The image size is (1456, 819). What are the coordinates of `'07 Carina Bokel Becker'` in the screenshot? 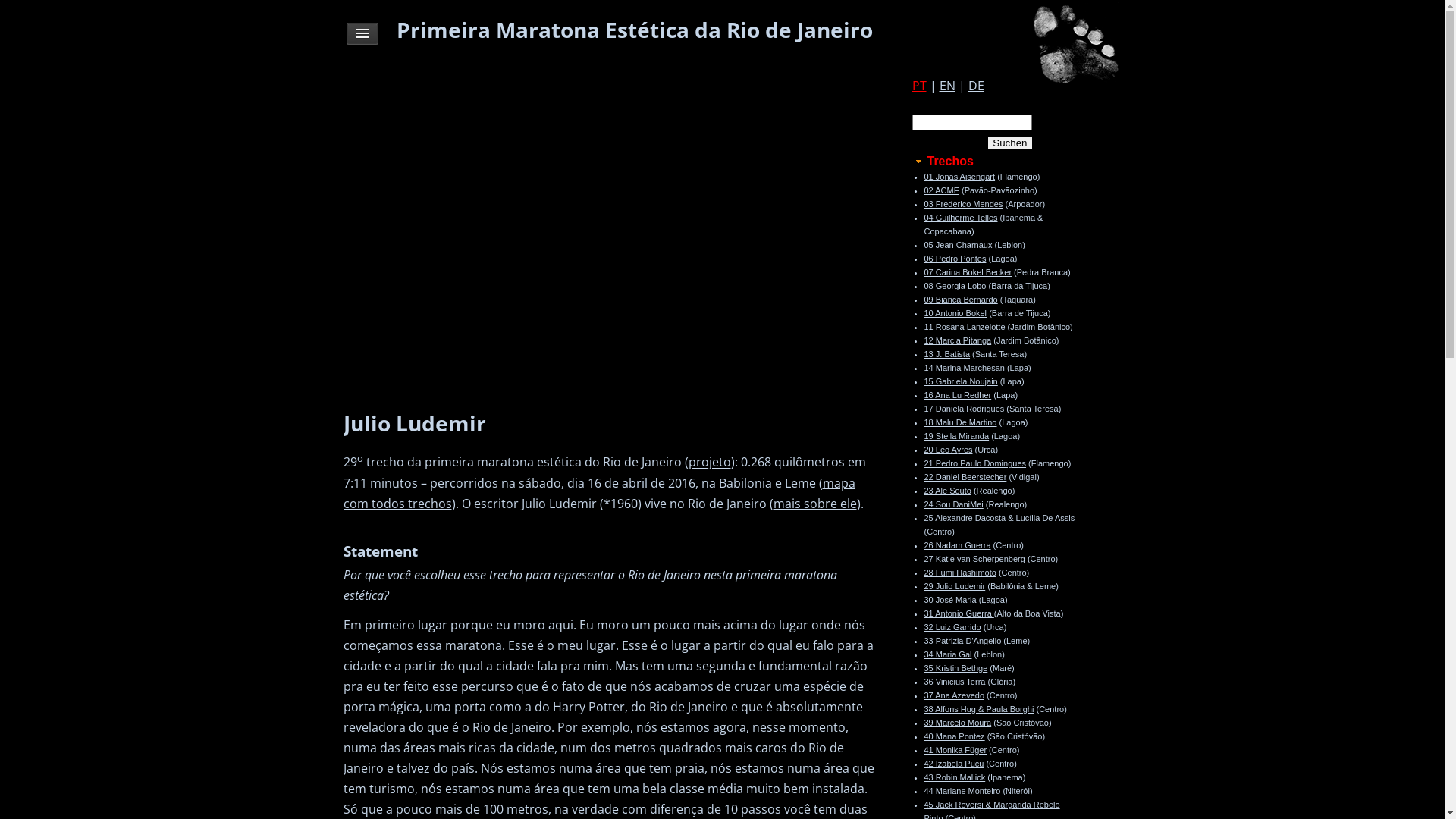 It's located at (967, 271).